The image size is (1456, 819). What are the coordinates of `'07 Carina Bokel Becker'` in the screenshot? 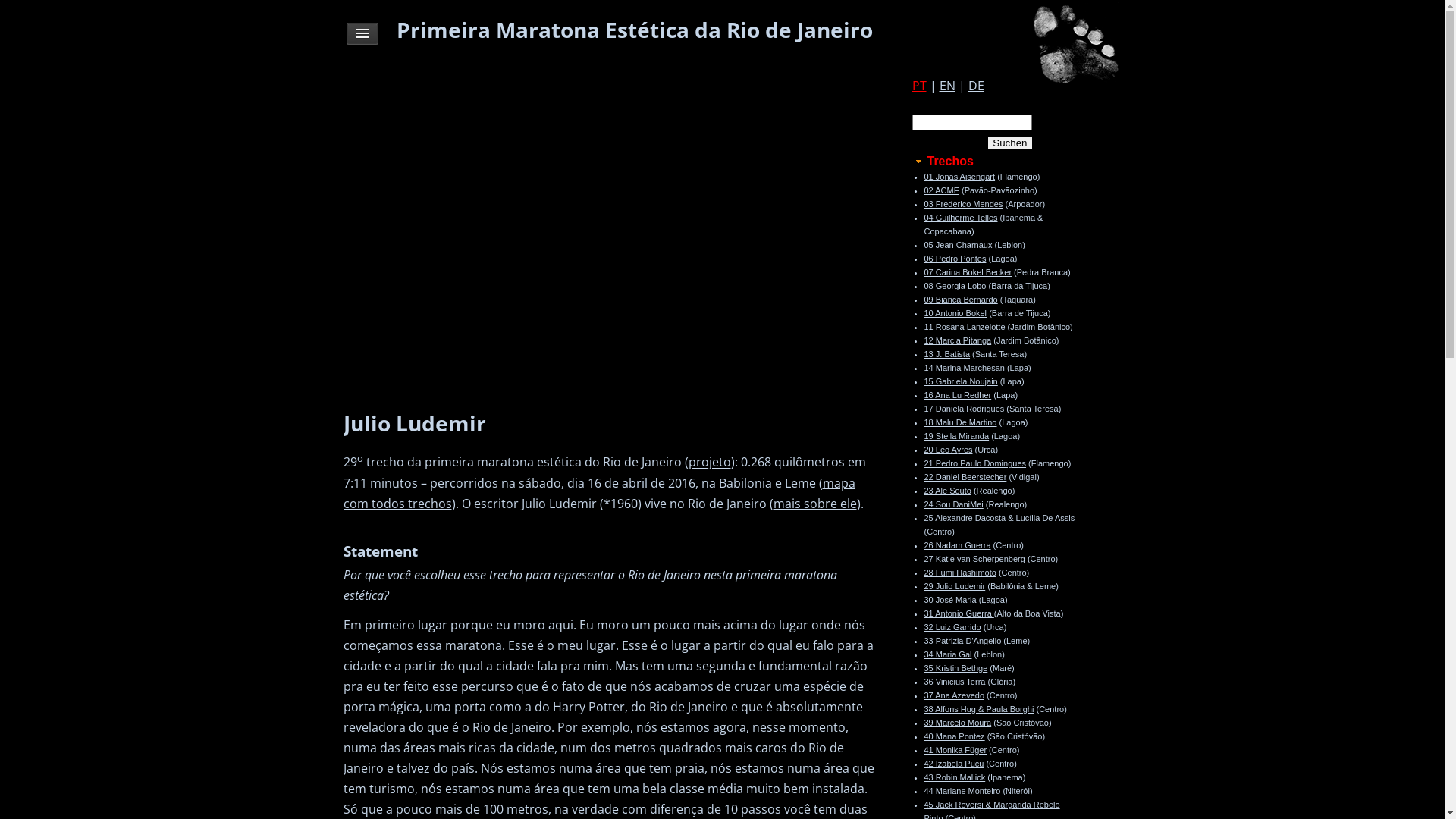 It's located at (967, 271).